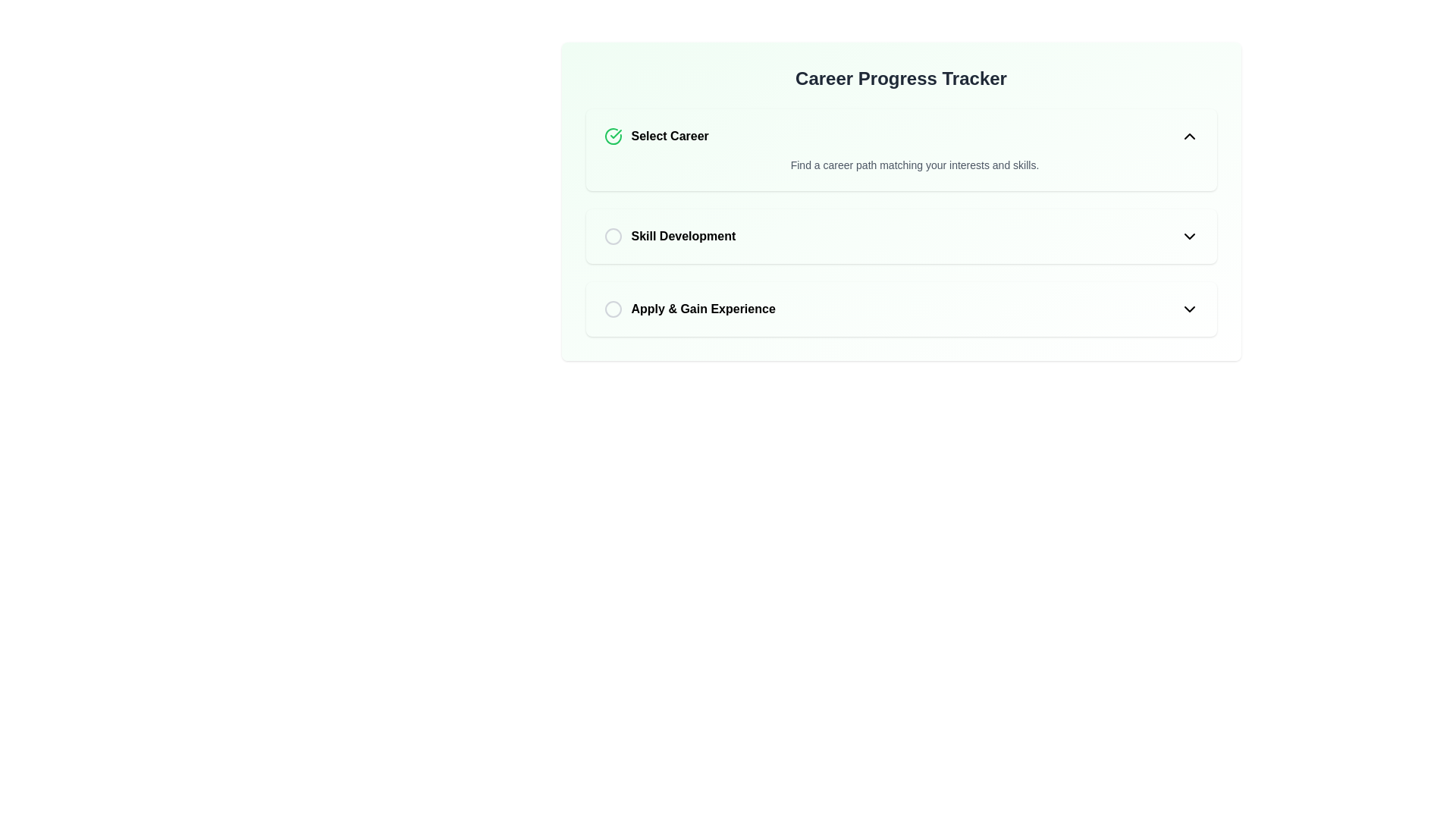  I want to click on the SVG circle element that serves as a visual indicator for the 'Apply & Gain Experience' option by clicking on its center to trigger its associated action, so click(613, 309).